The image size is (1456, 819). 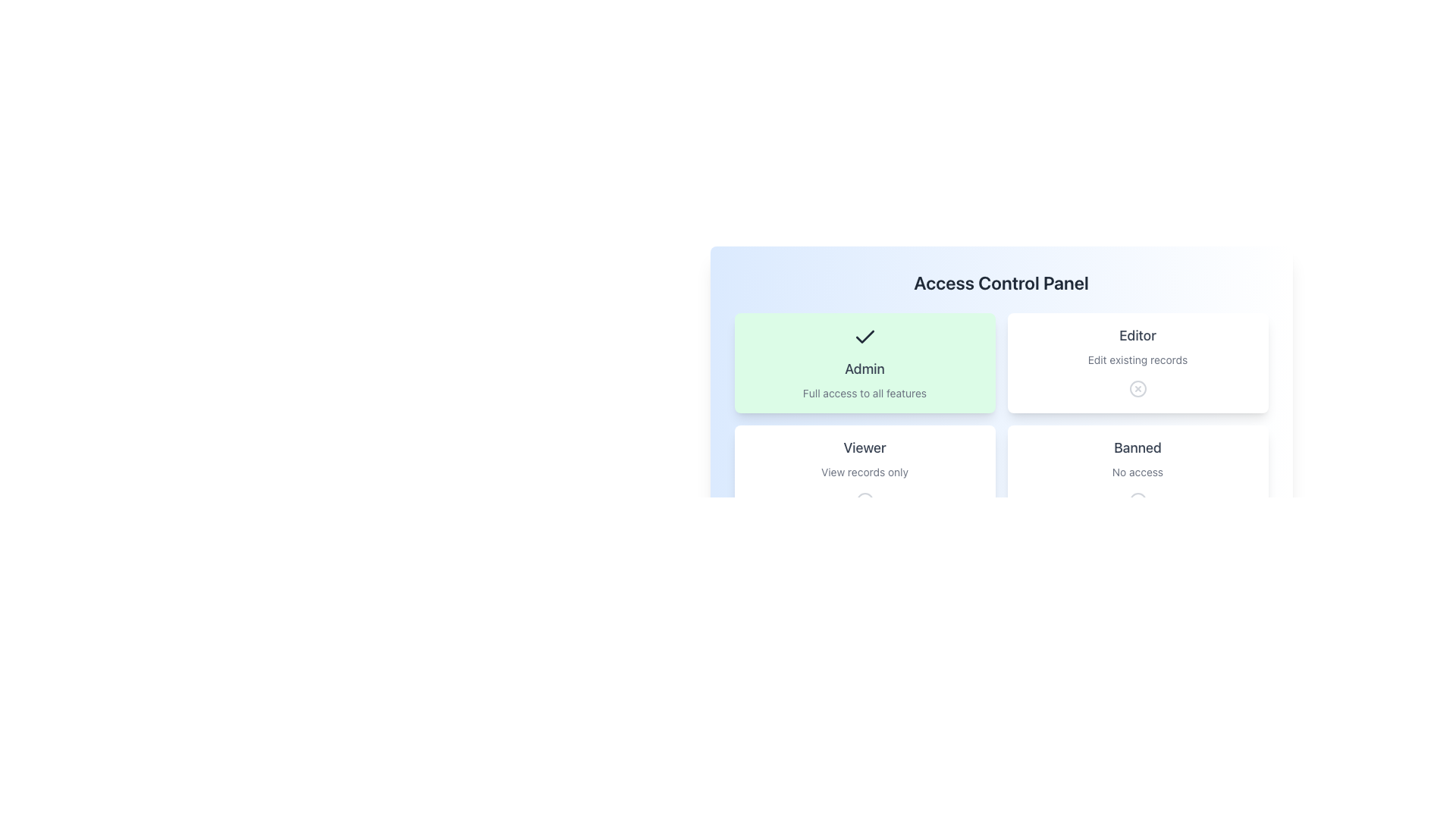 I want to click on the descriptive Text label providing information about the features available under the 'Admin' access level, which is located within the 'Admin' access level card, centered horizontally beneath the 'Admin' title, so click(x=864, y=393).